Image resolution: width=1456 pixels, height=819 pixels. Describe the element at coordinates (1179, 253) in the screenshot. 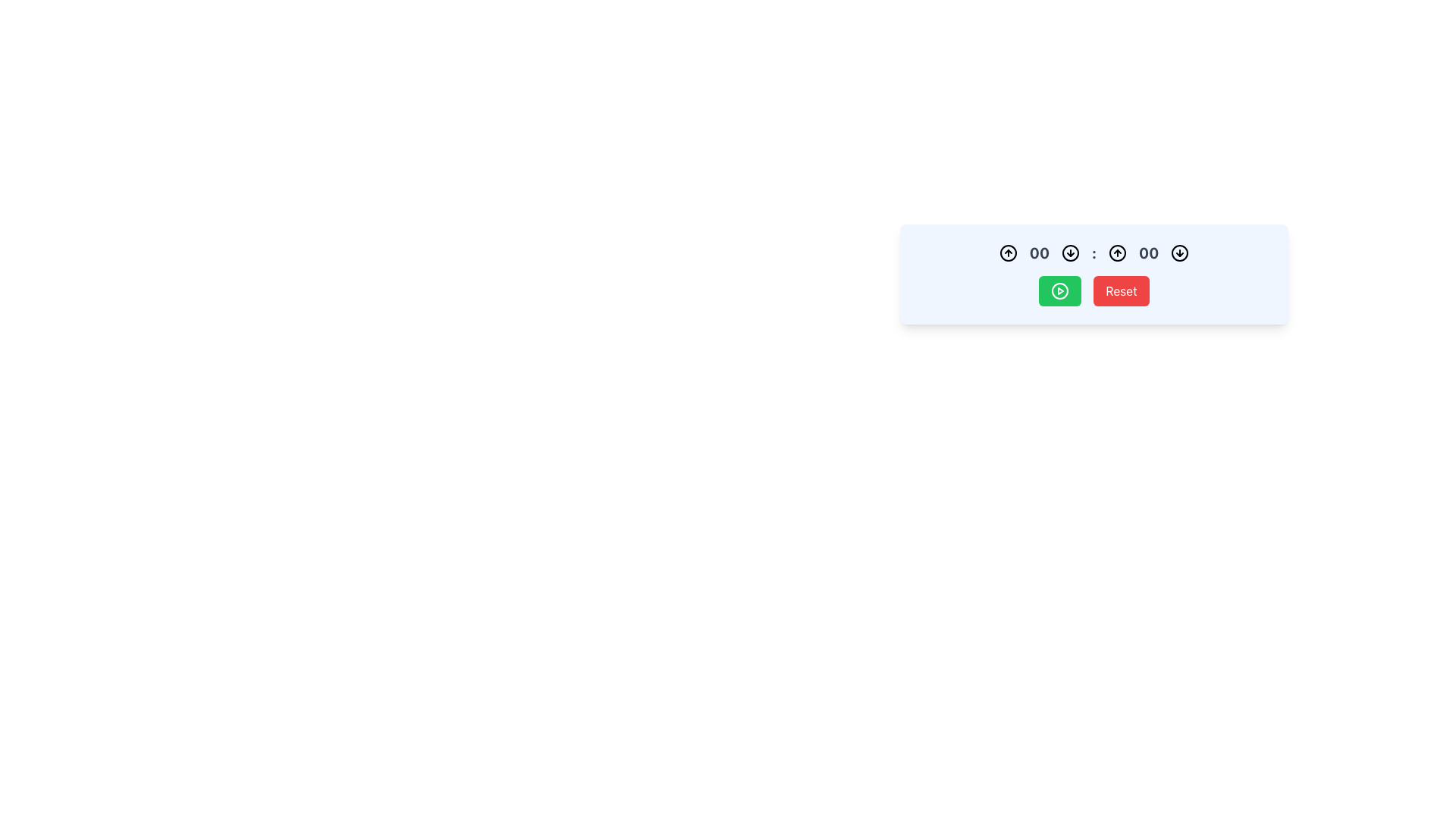

I see `the decrease value button located on the far right of the time adjustment controls` at that location.